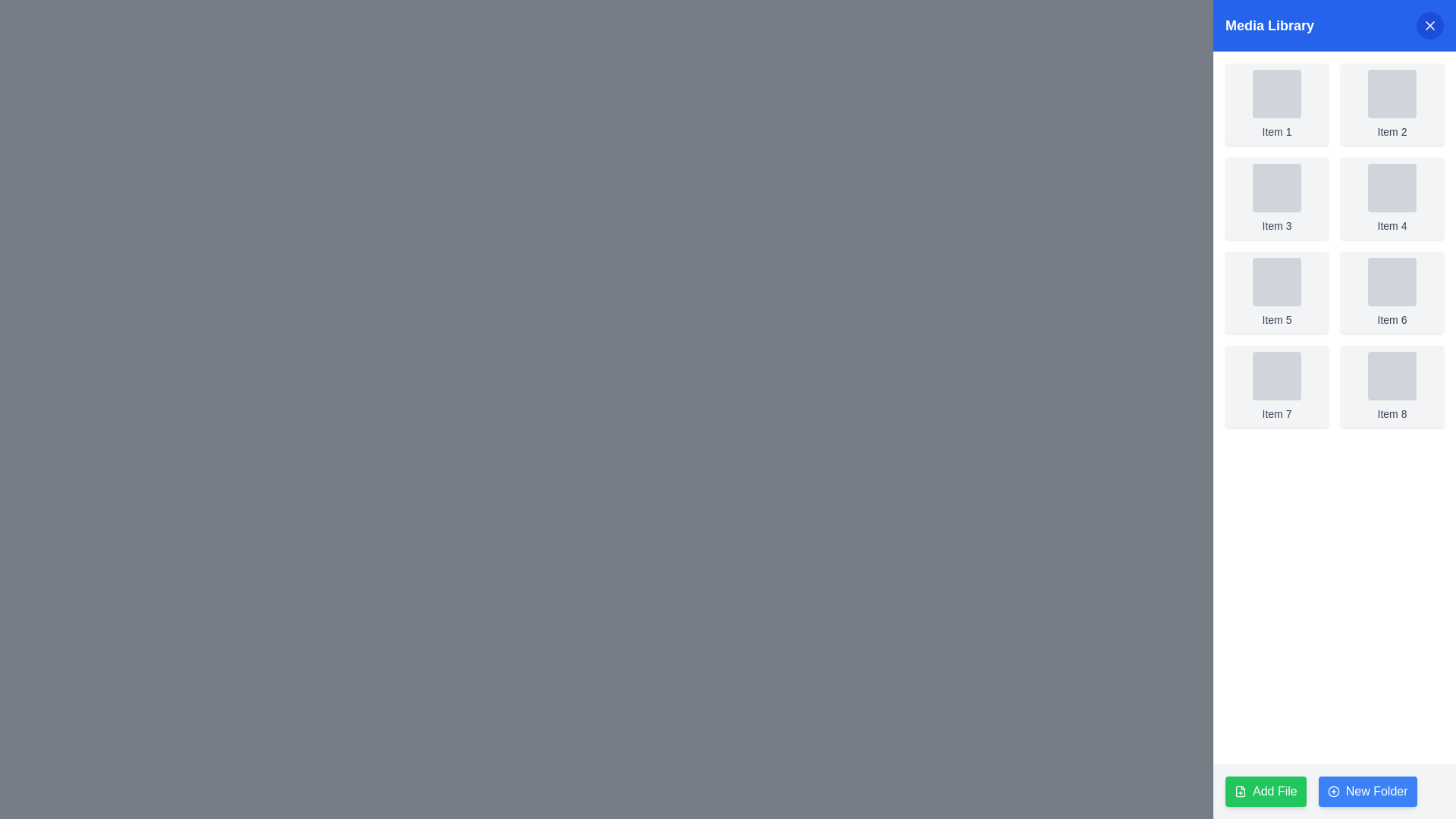 The width and height of the screenshot is (1456, 819). I want to click on the static text label displaying 'Media Library' in bold, large white font on a blue background, located on the left side of the header bar, so click(1269, 26).